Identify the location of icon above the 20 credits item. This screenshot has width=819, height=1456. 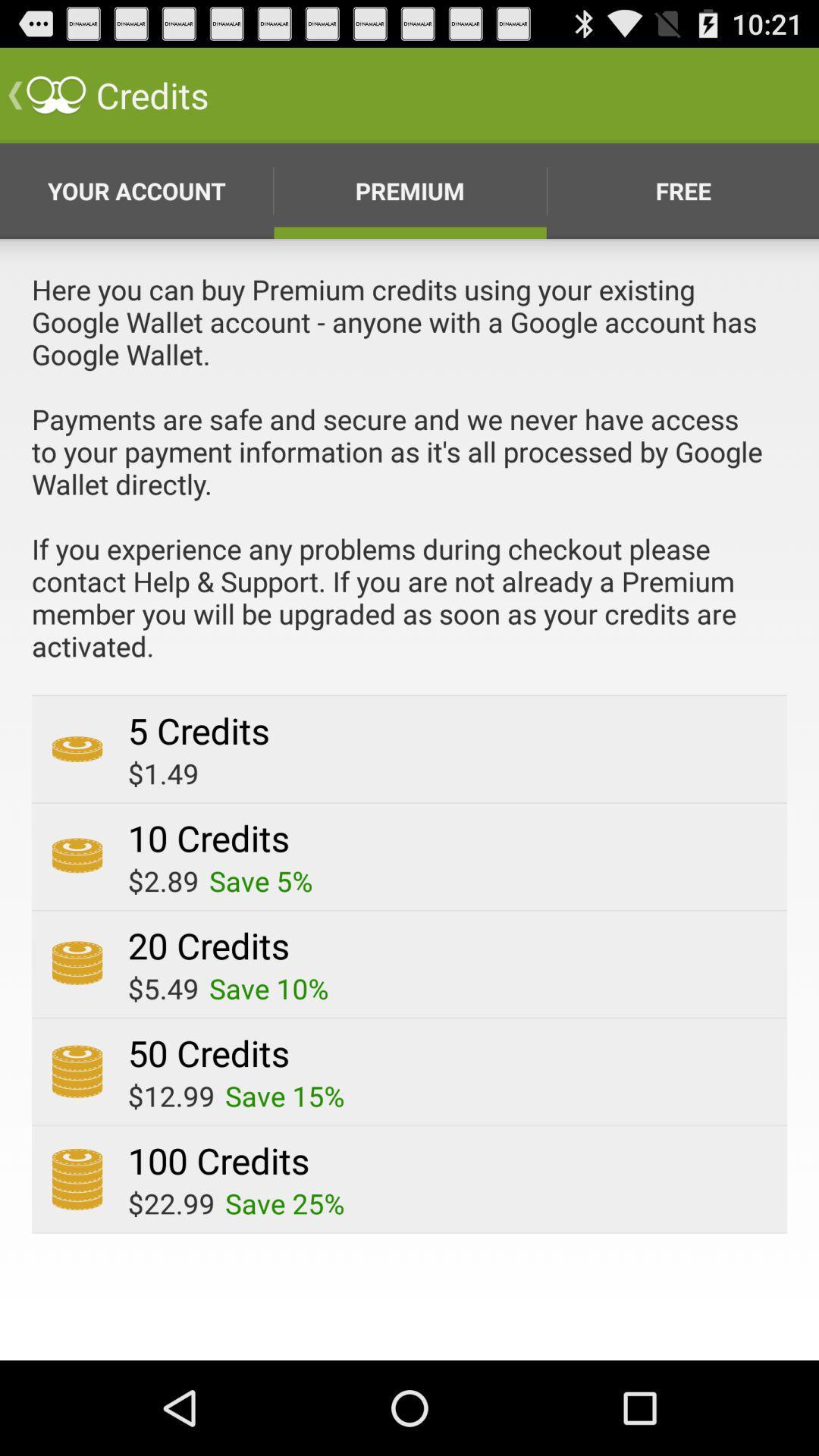
(163, 880).